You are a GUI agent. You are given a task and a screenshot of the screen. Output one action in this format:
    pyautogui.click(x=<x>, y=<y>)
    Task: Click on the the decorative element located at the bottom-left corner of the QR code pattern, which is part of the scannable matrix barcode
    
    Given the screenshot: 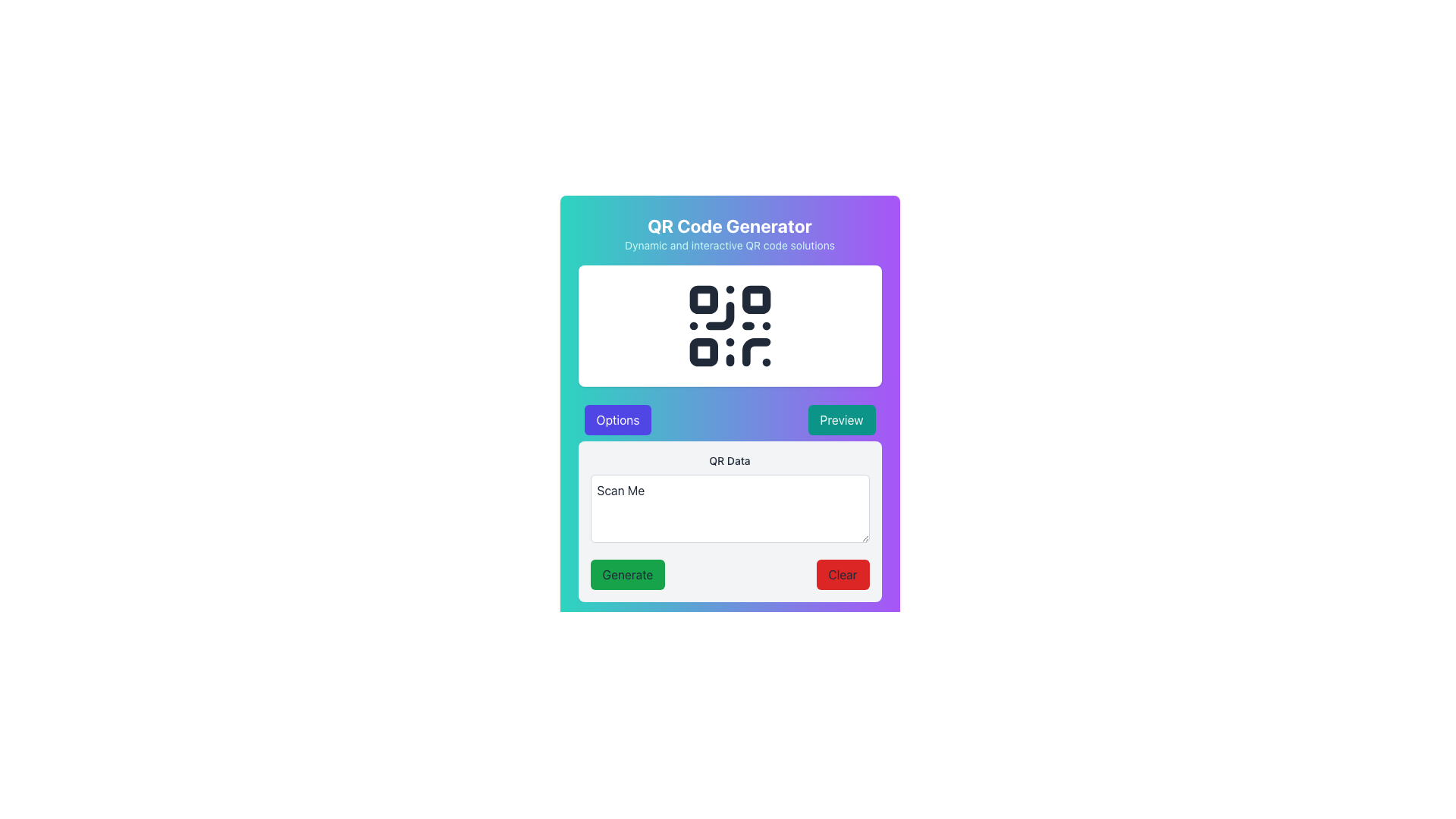 What is the action you would take?
    pyautogui.click(x=702, y=352)
    